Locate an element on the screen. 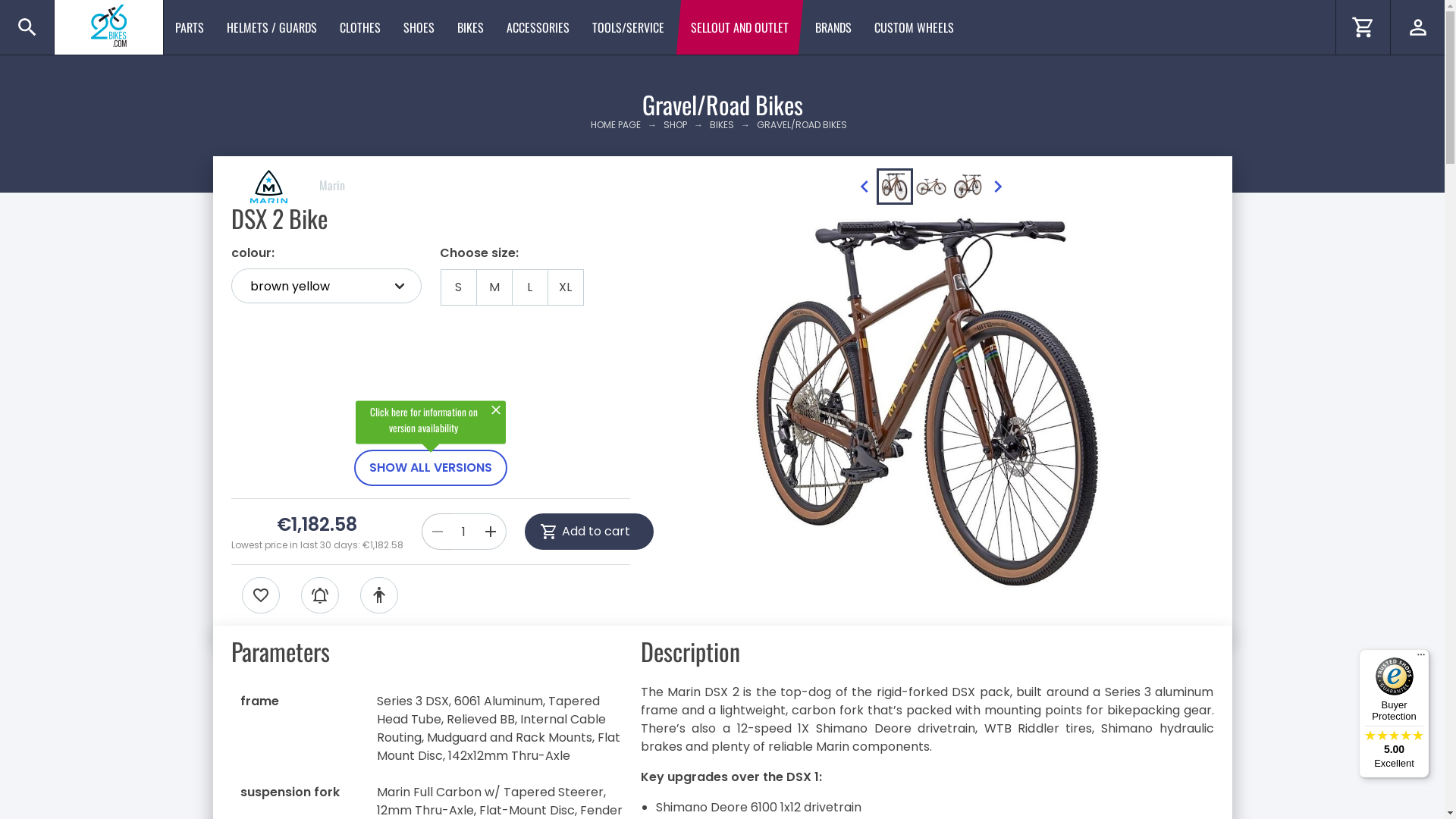 This screenshot has height=819, width=1456. 'M' is located at coordinates (494, 287).